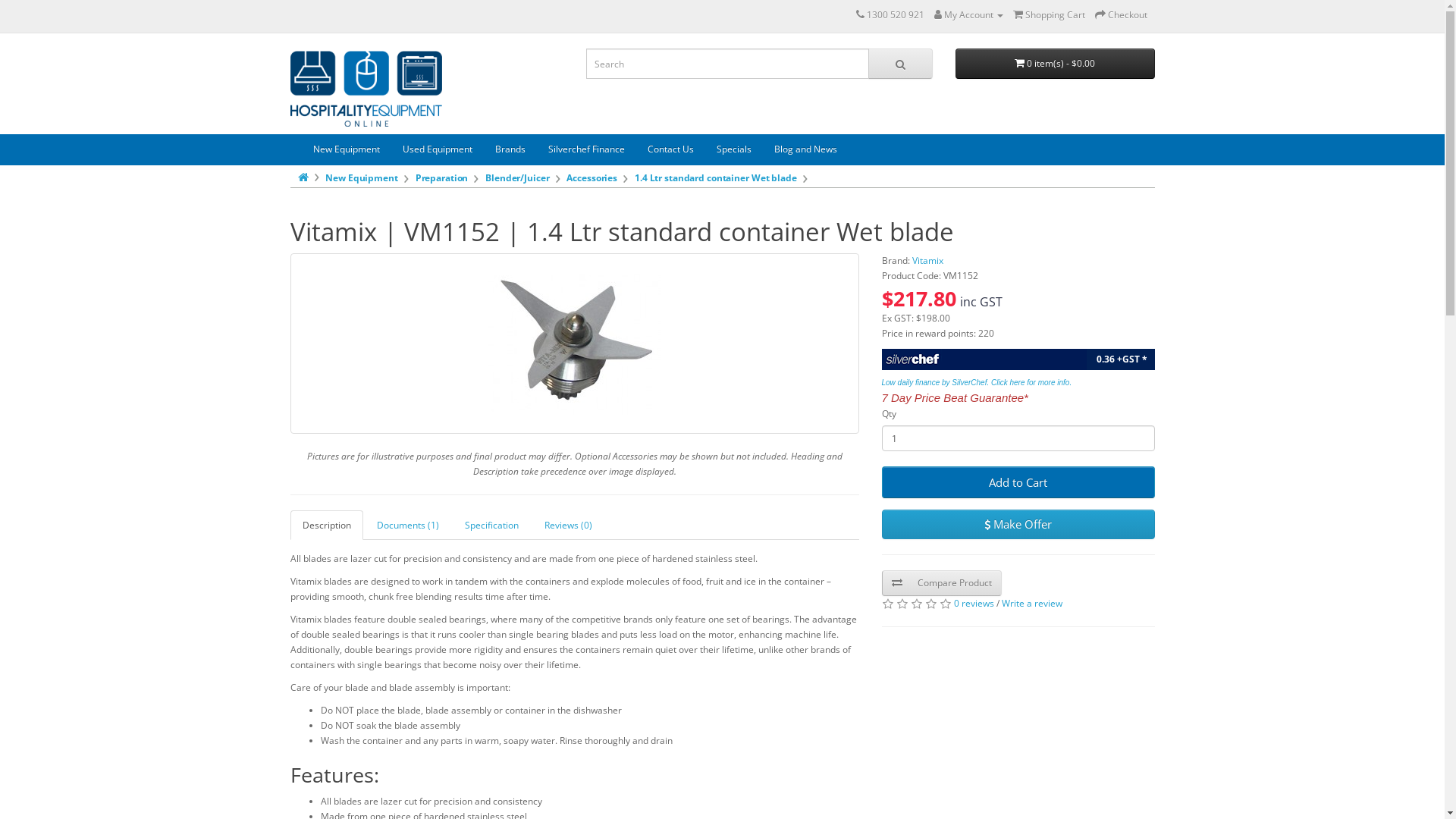 Image resolution: width=1456 pixels, height=819 pixels. What do you see at coordinates (436, 149) in the screenshot?
I see `'Used Equipment'` at bounding box center [436, 149].